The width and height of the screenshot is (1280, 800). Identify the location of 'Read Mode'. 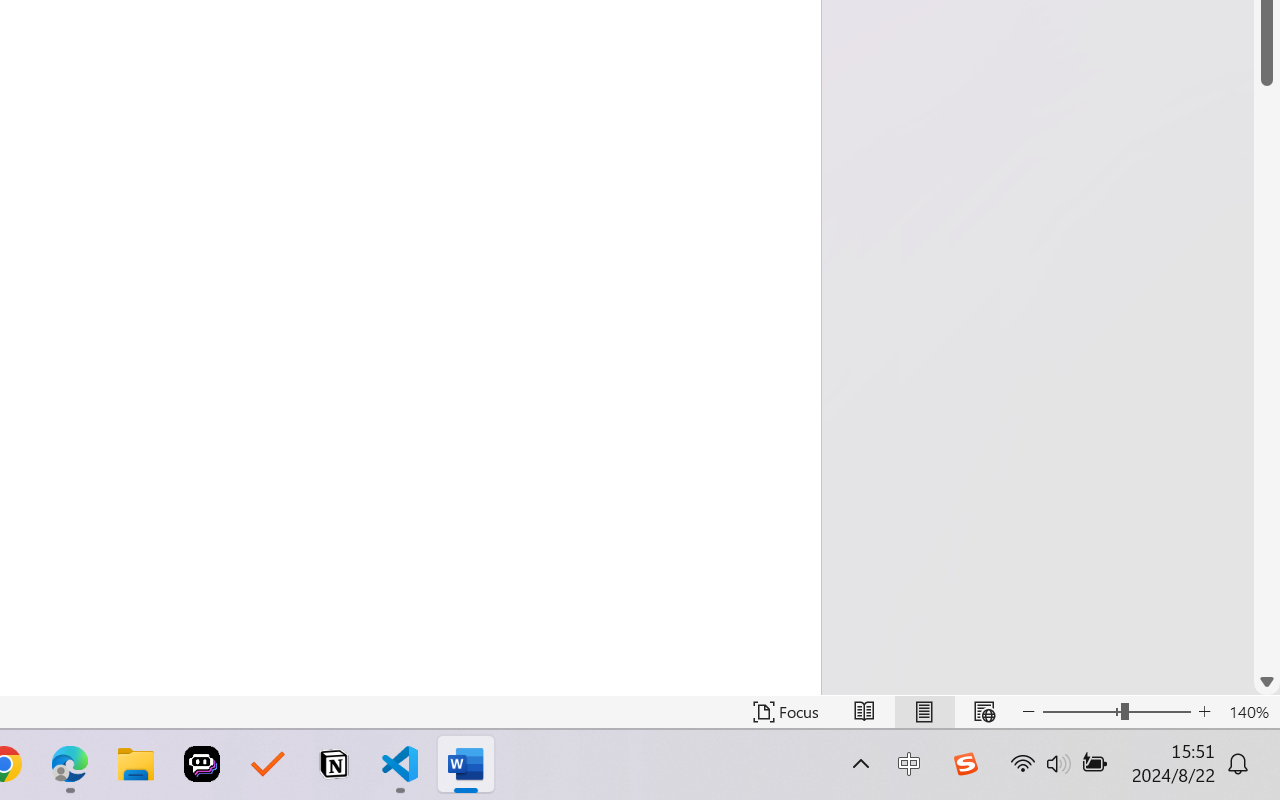
(864, 711).